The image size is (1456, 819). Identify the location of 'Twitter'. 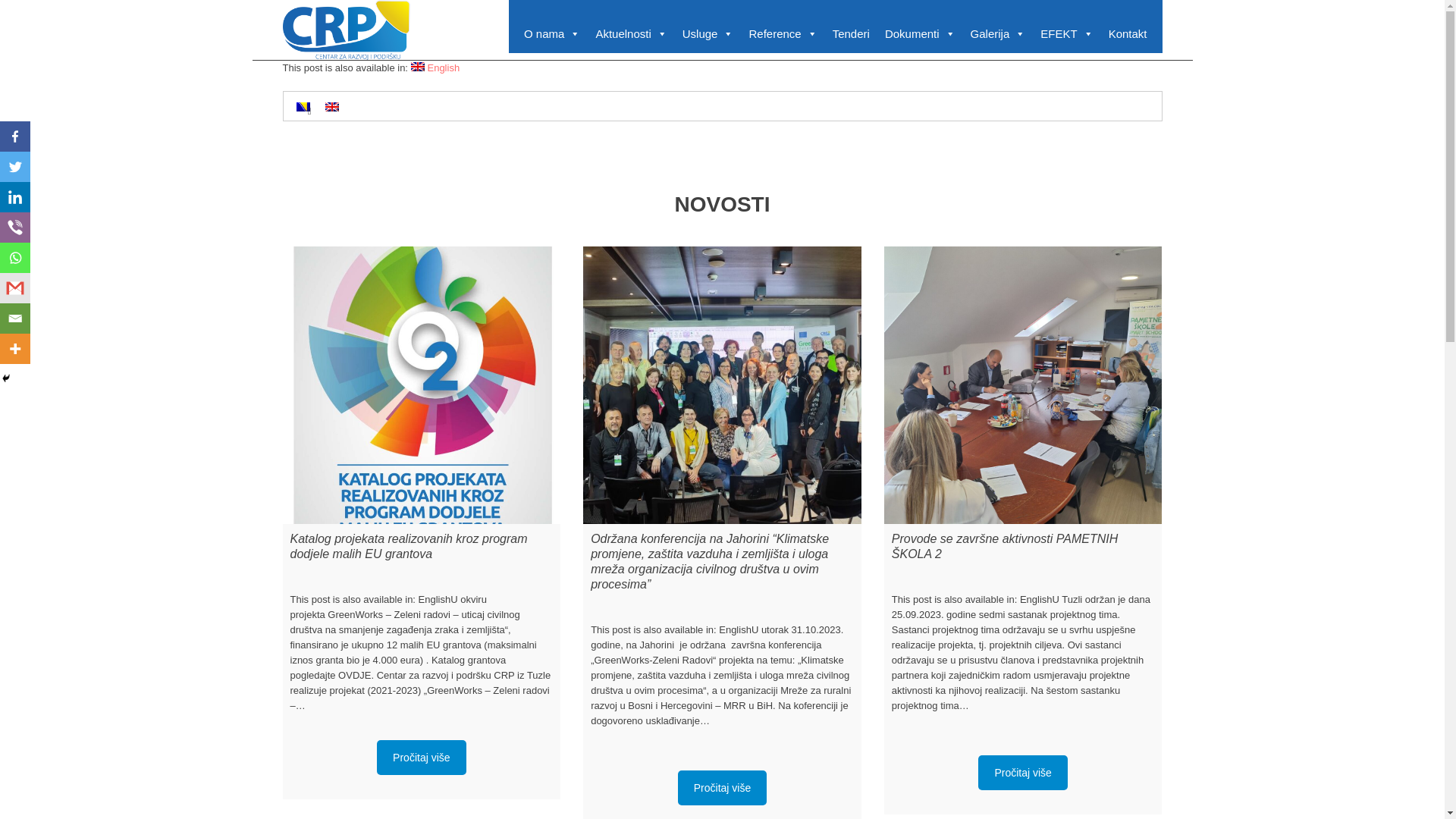
(14, 166).